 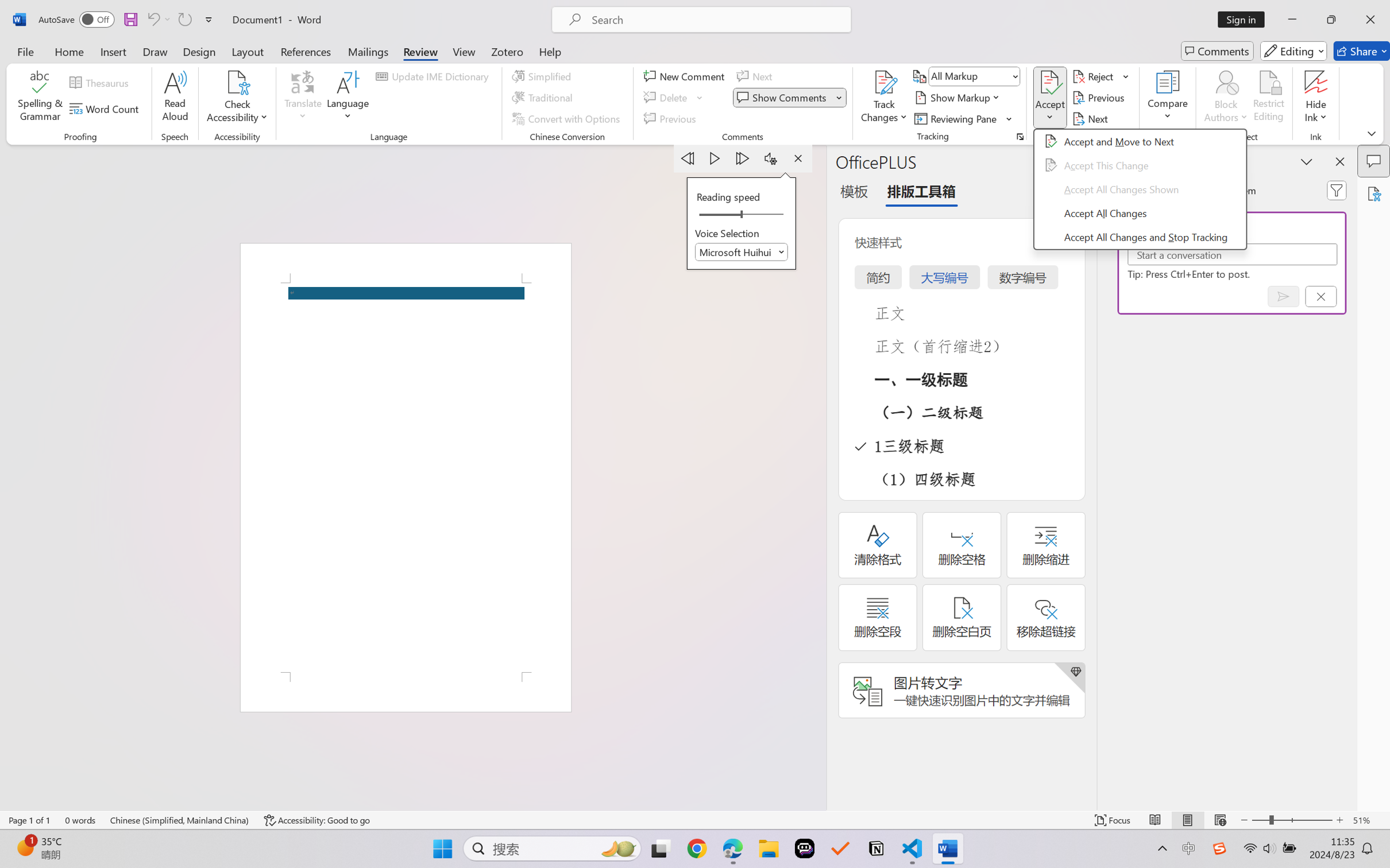 What do you see at coordinates (1095, 75) in the screenshot?
I see `'Reject and Move to Next'` at bounding box center [1095, 75].